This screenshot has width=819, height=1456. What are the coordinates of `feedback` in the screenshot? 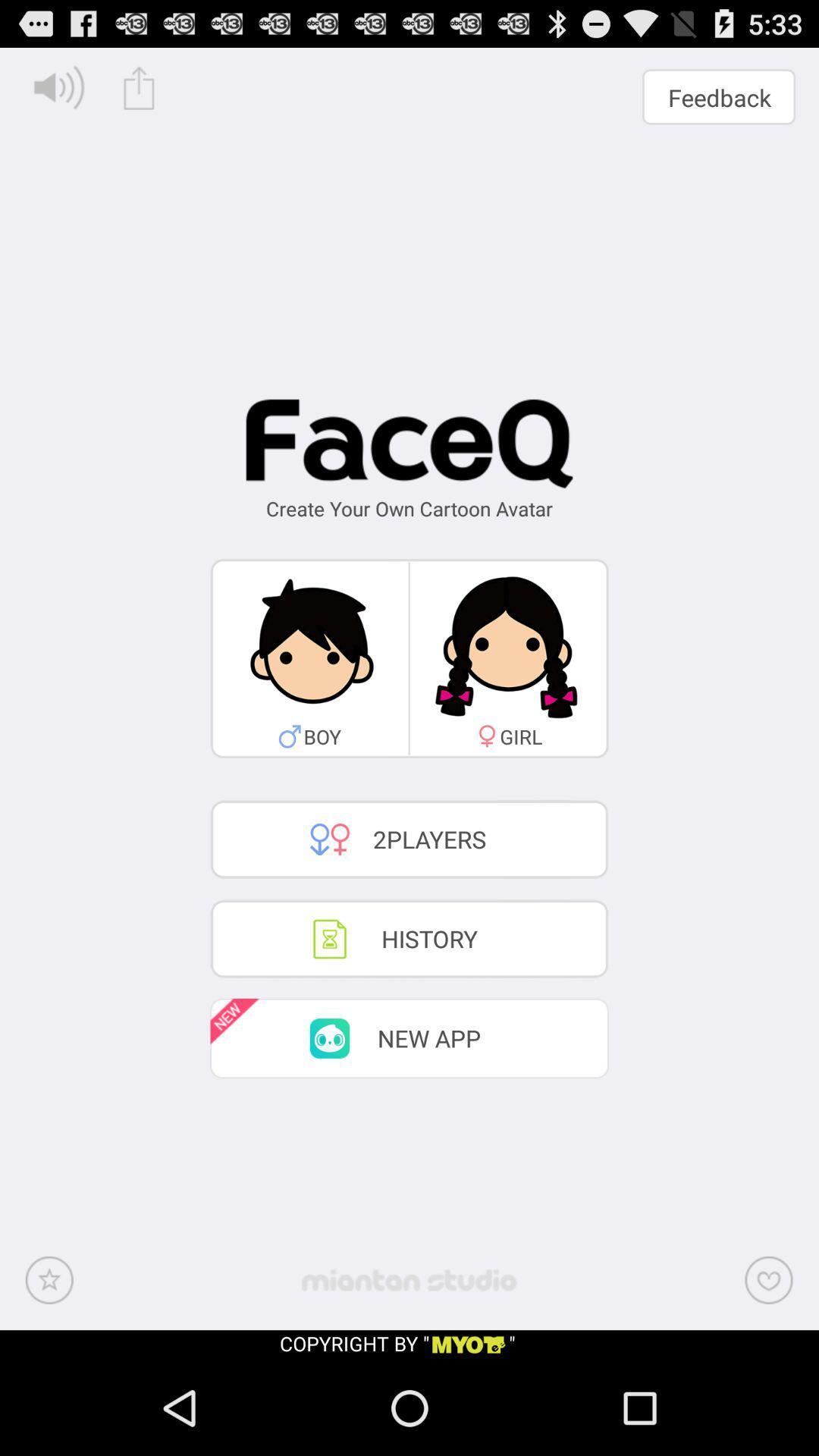 It's located at (718, 96).